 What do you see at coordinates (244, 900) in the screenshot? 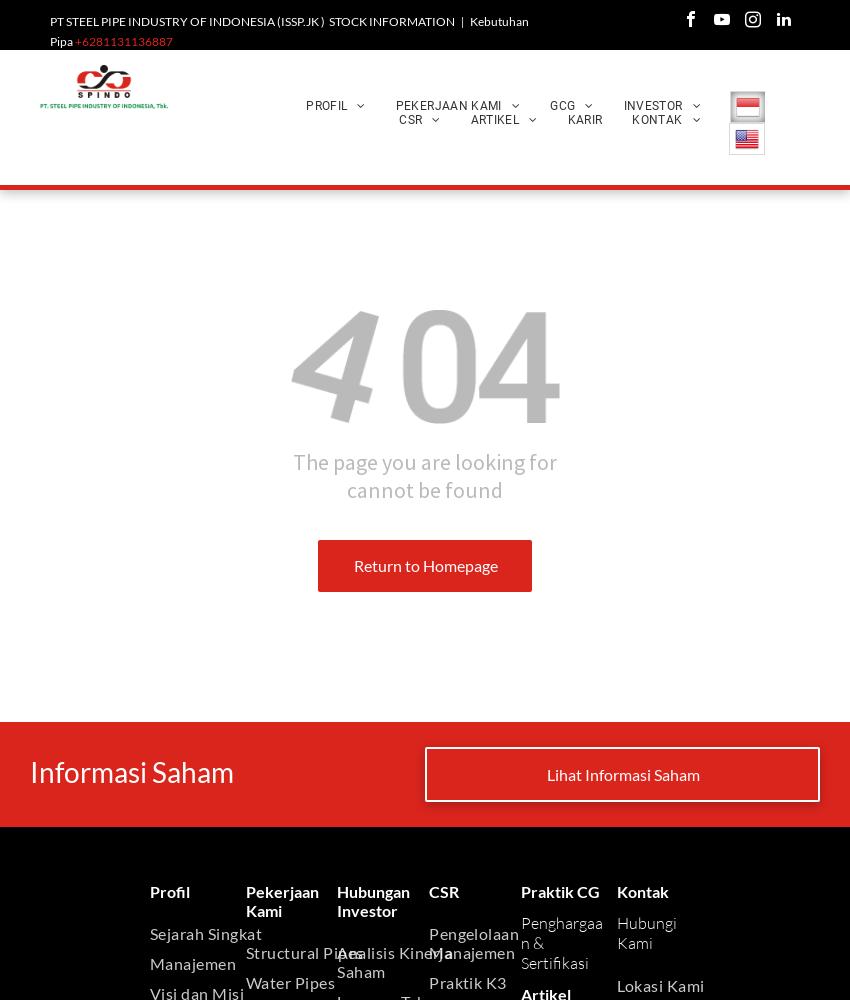
I see `'Pekerjaan Kami'` at bounding box center [244, 900].